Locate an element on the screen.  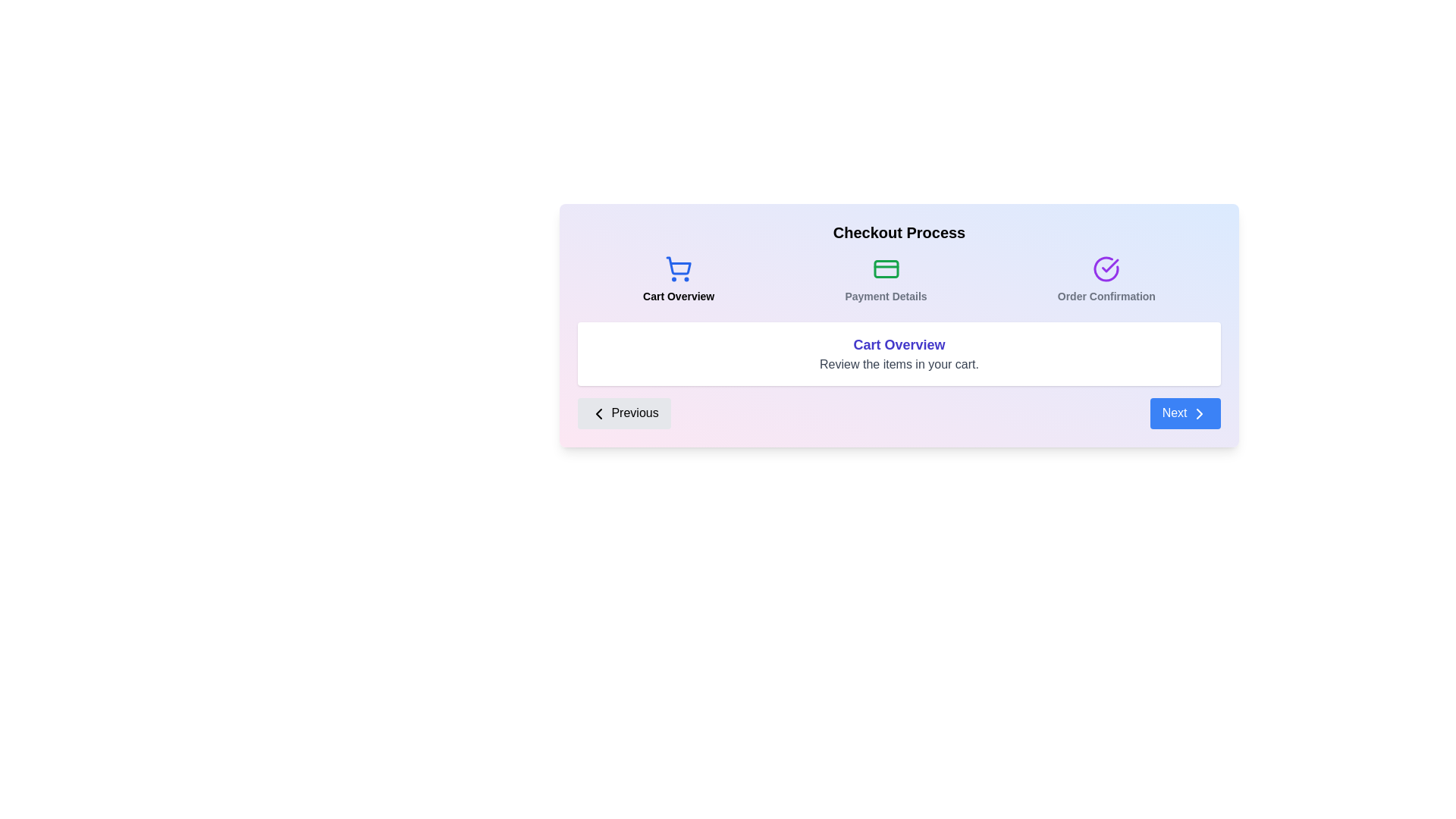
the step titled 'Order Confirmation' to inspect its details is located at coordinates (1106, 280).